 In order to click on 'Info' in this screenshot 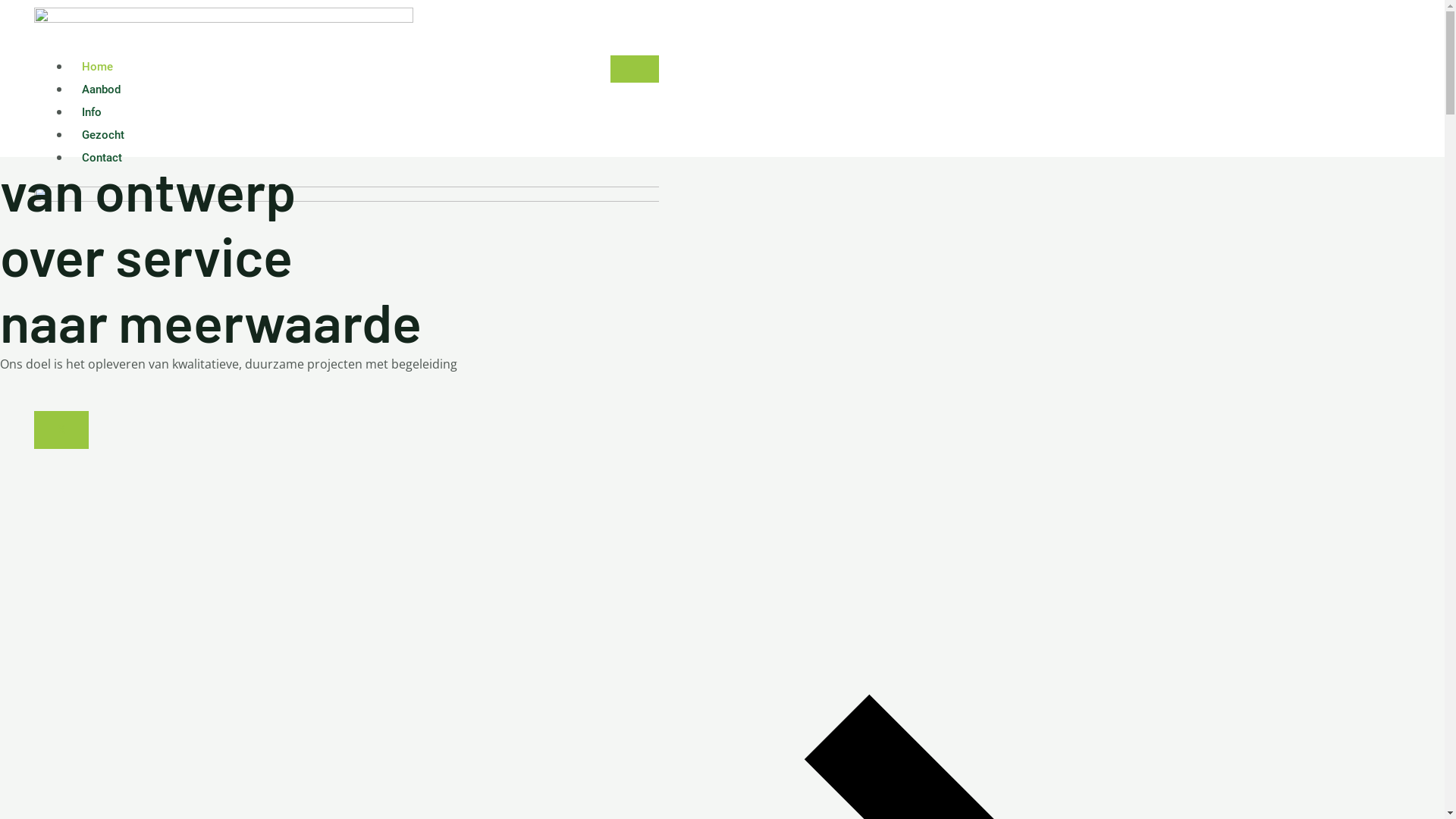, I will do `click(90, 111)`.